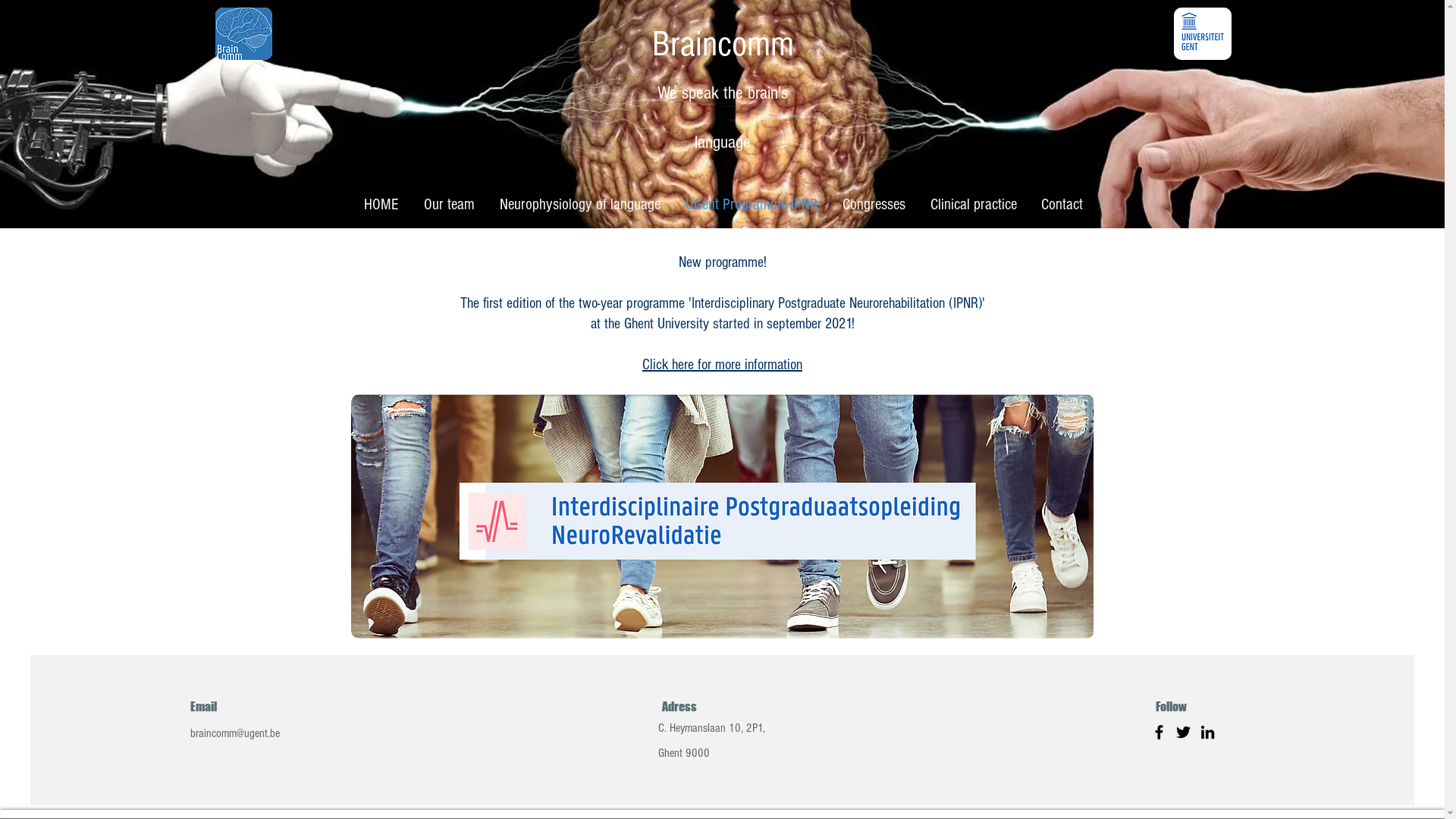 The width and height of the screenshot is (1456, 819). What do you see at coordinates (189, 733) in the screenshot?
I see `'braincomm@ugent.be'` at bounding box center [189, 733].